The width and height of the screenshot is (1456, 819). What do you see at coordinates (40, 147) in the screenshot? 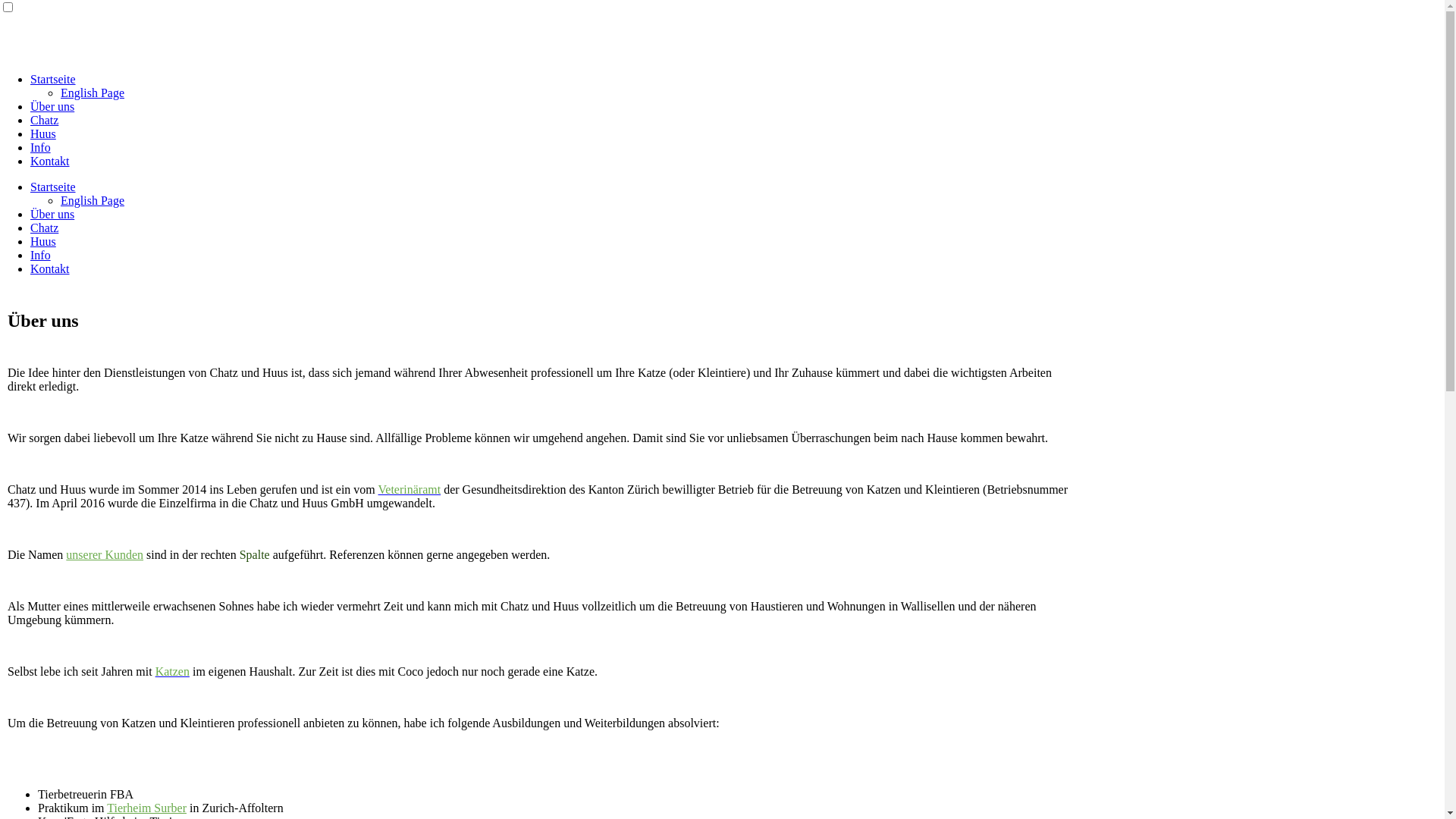
I see `'Info'` at bounding box center [40, 147].